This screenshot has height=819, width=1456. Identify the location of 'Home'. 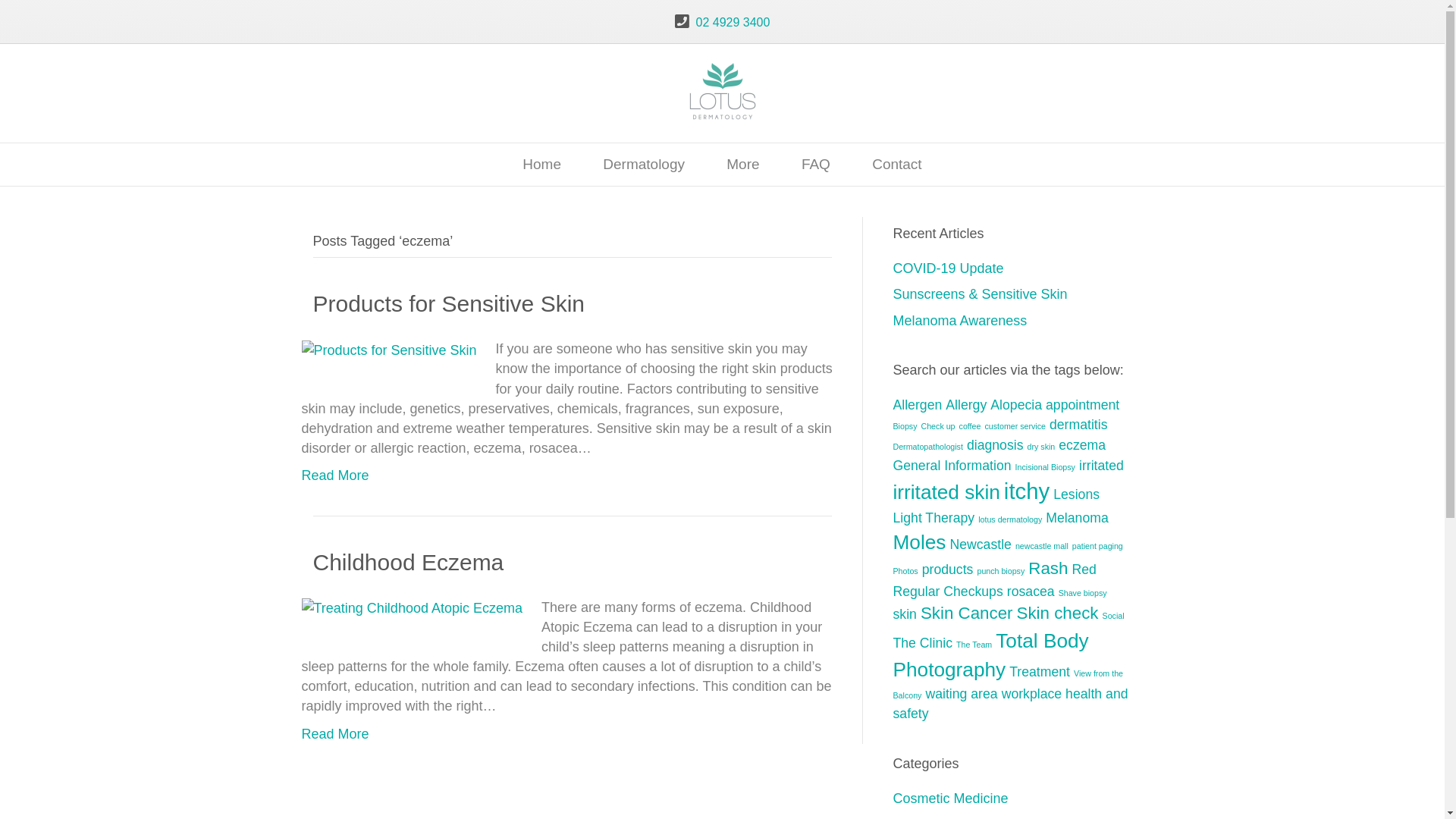
(541, 165).